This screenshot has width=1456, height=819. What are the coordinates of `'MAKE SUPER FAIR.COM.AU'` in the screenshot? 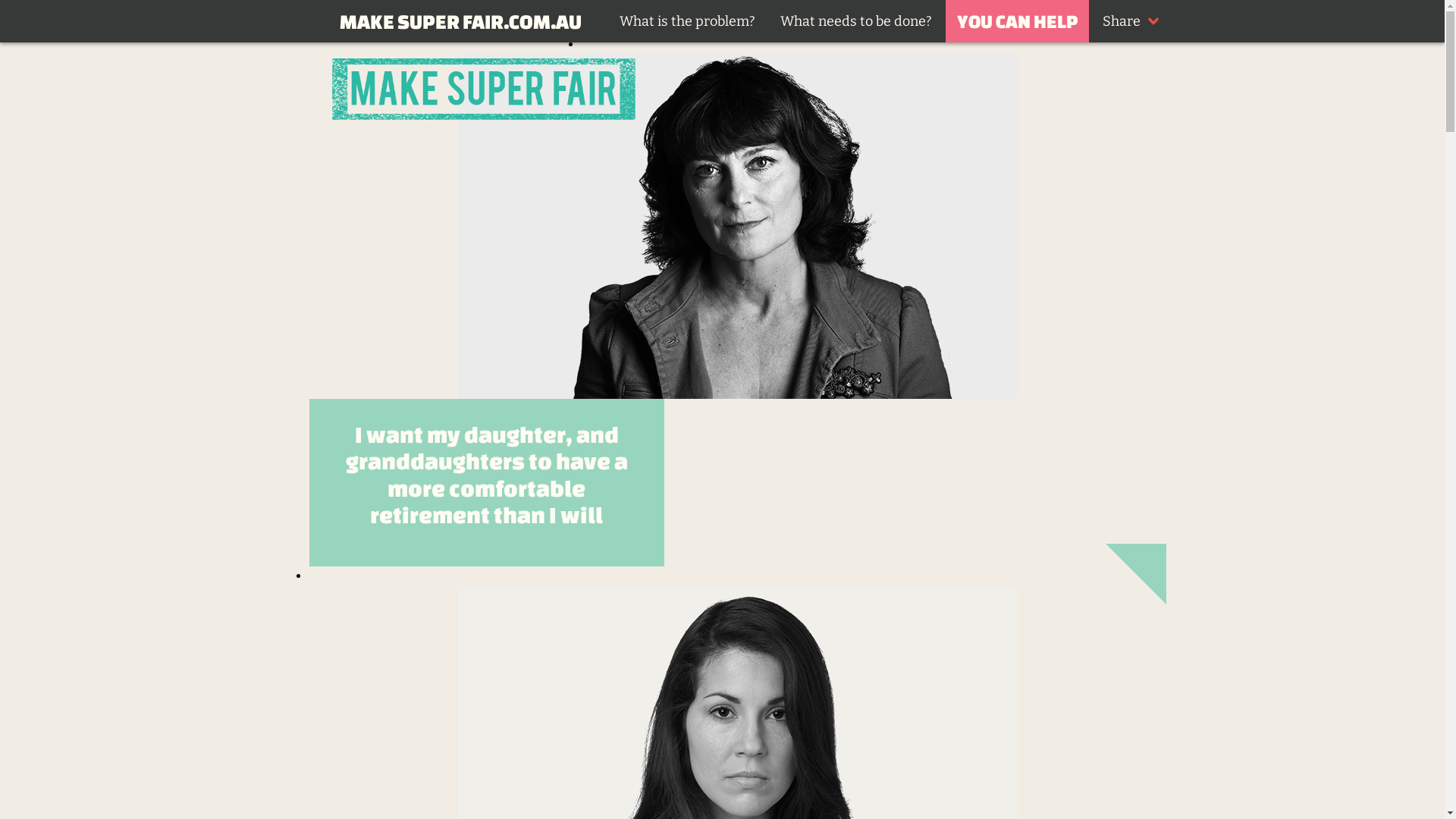 It's located at (460, 20).